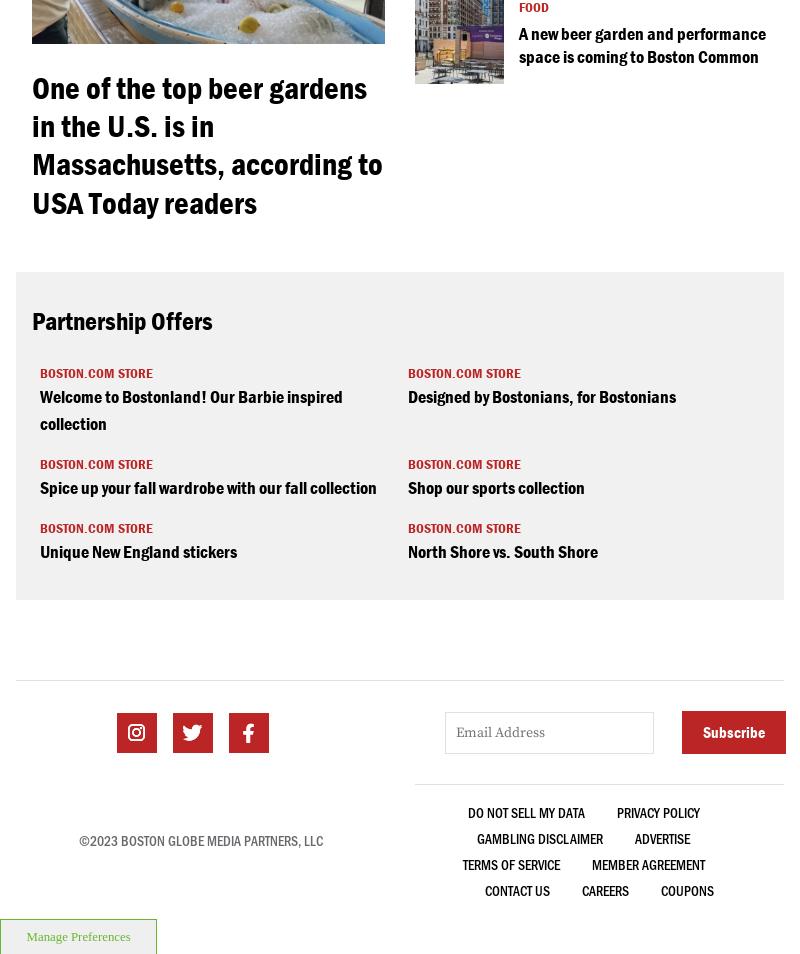 The width and height of the screenshot is (800, 954). Describe the element at coordinates (138, 550) in the screenshot. I see `'Unique New England stickers'` at that location.